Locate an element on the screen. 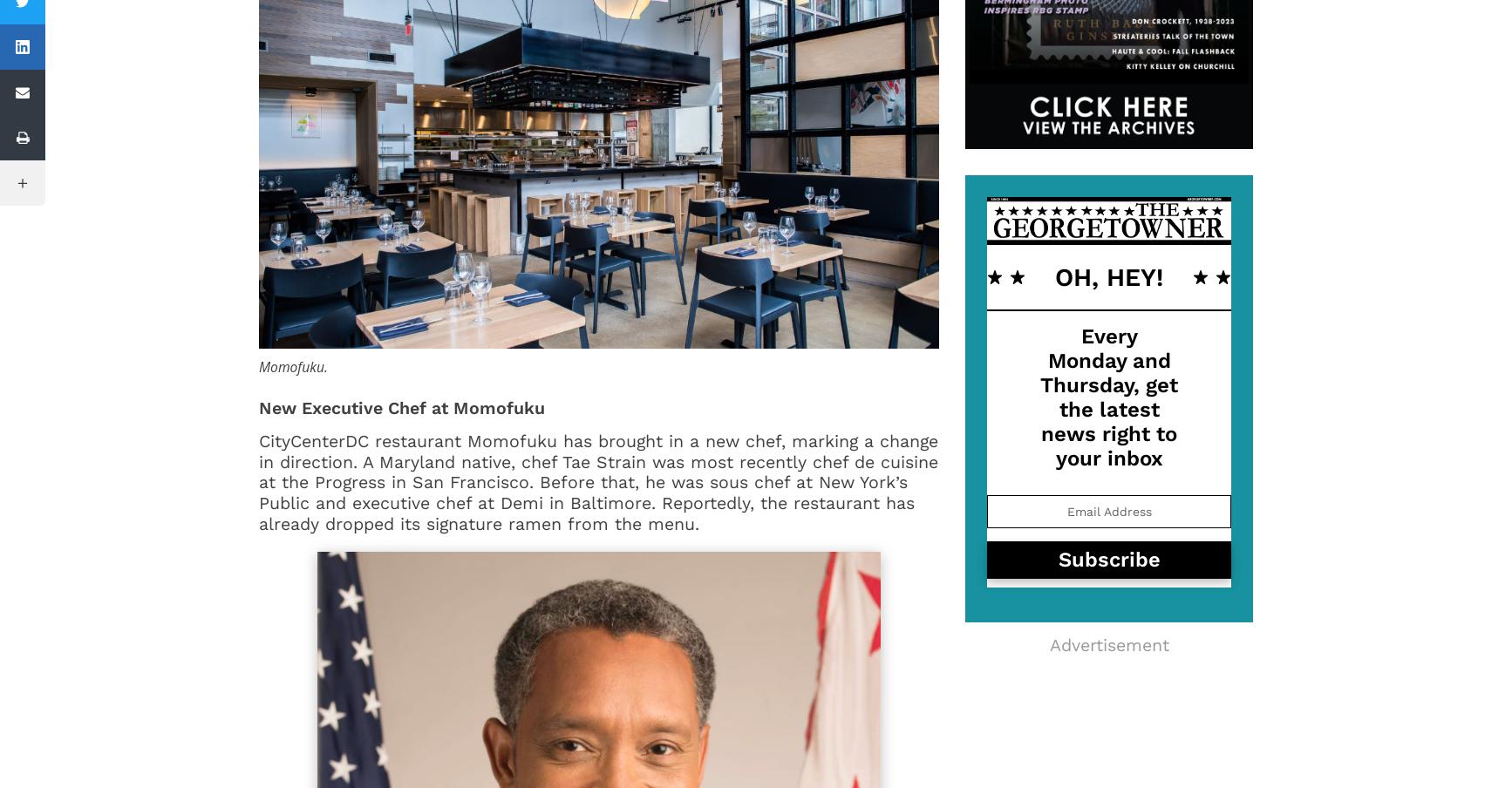 This screenshot has width=1512, height=788. 'CityCenterDC restaurant Momofuku has brought in a new chef, marking a change in direction. A Maryland native, chef Tae Strain was most recently chef de cuisine at the Progress in San Francisco. Before that, he was sous chef at New York’s Public and executive chef at Demi in Baltimore. Reportedly, the restaurant has already dropped its signature ramen from the menu.' is located at coordinates (597, 482).